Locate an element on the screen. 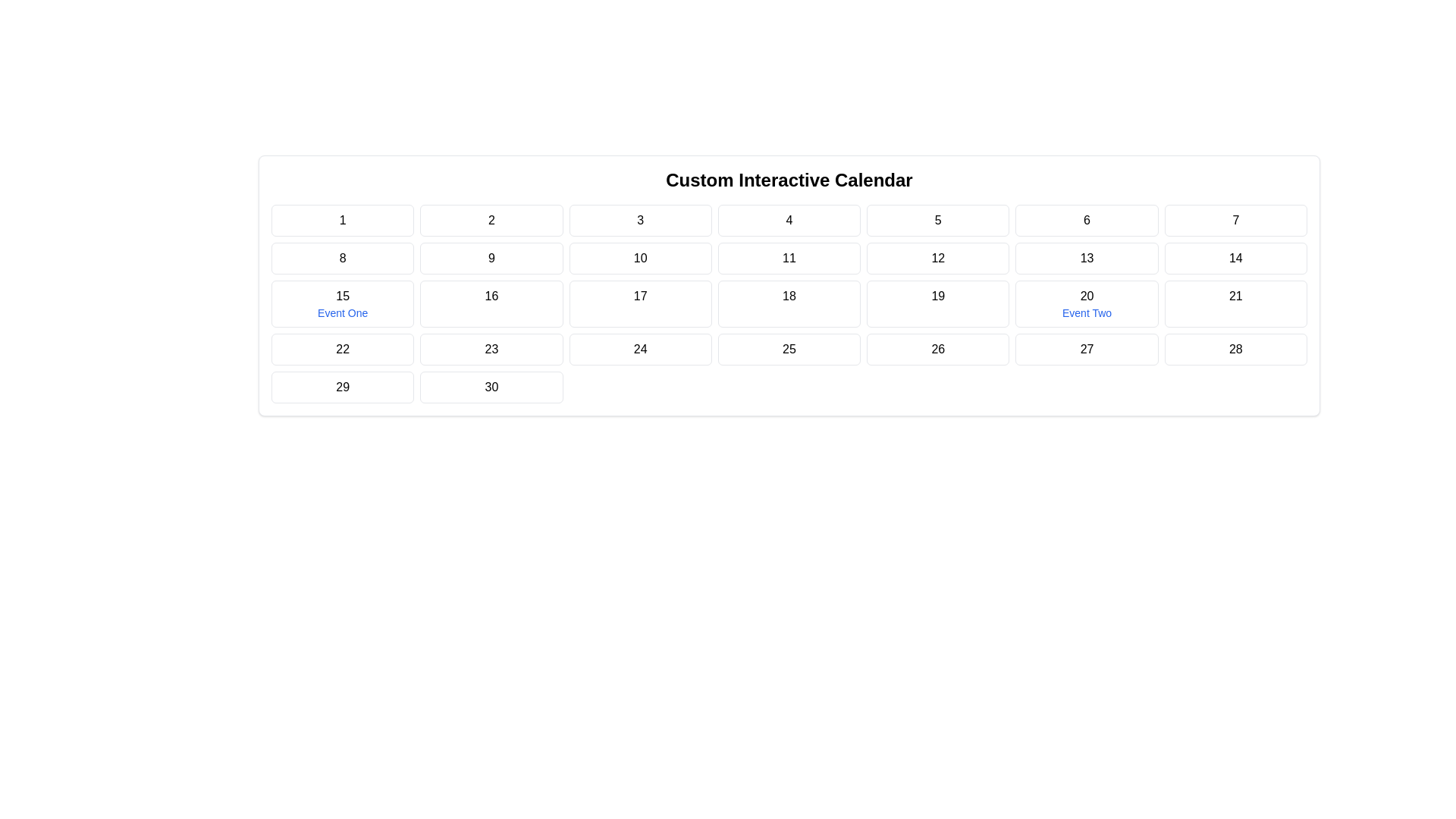  the Static Display Element displaying the number '13' located in the second row, sixth column of the grid layout is located at coordinates (1086, 257).